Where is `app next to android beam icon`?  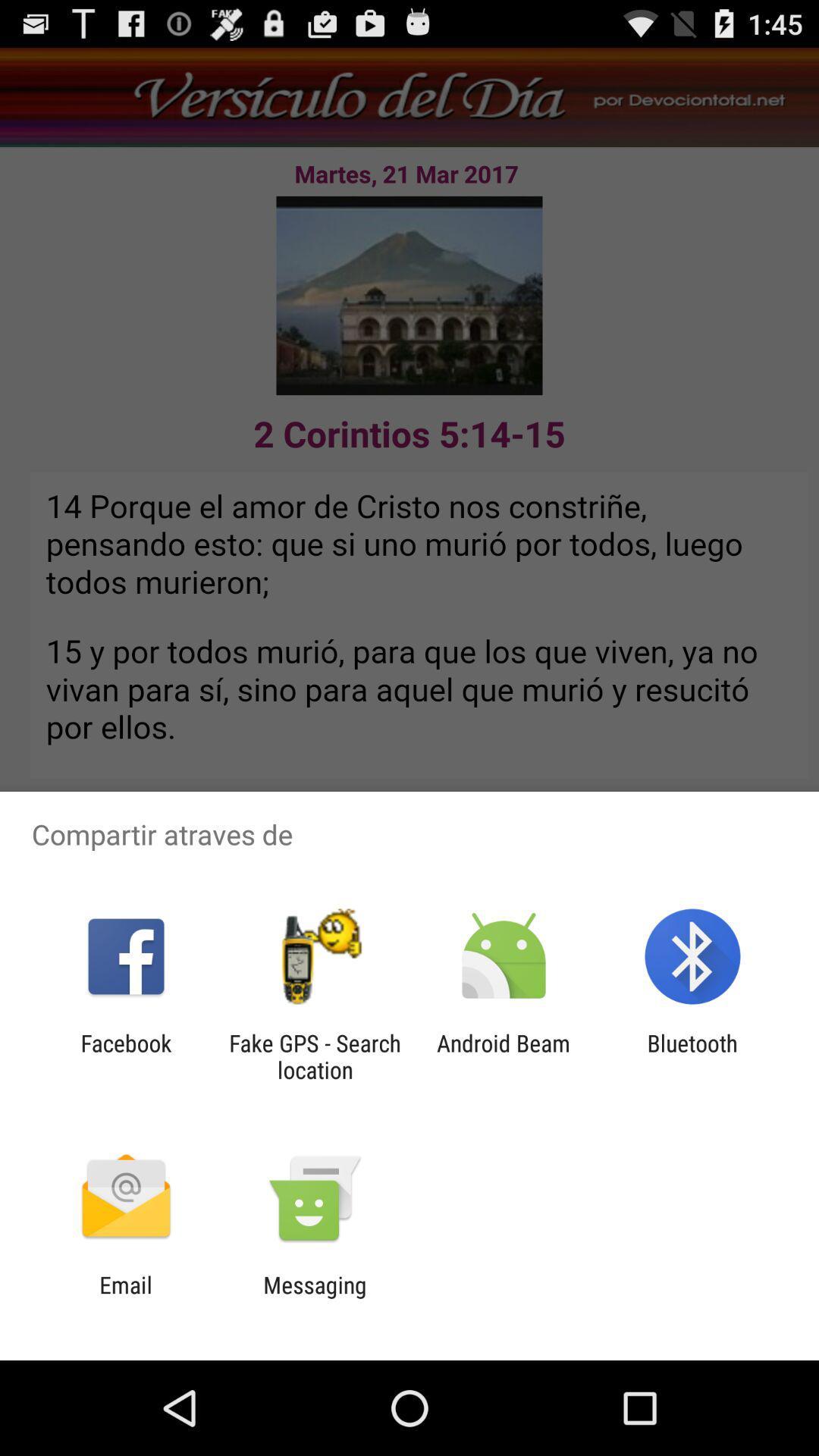 app next to android beam icon is located at coordinates (314, 1056).